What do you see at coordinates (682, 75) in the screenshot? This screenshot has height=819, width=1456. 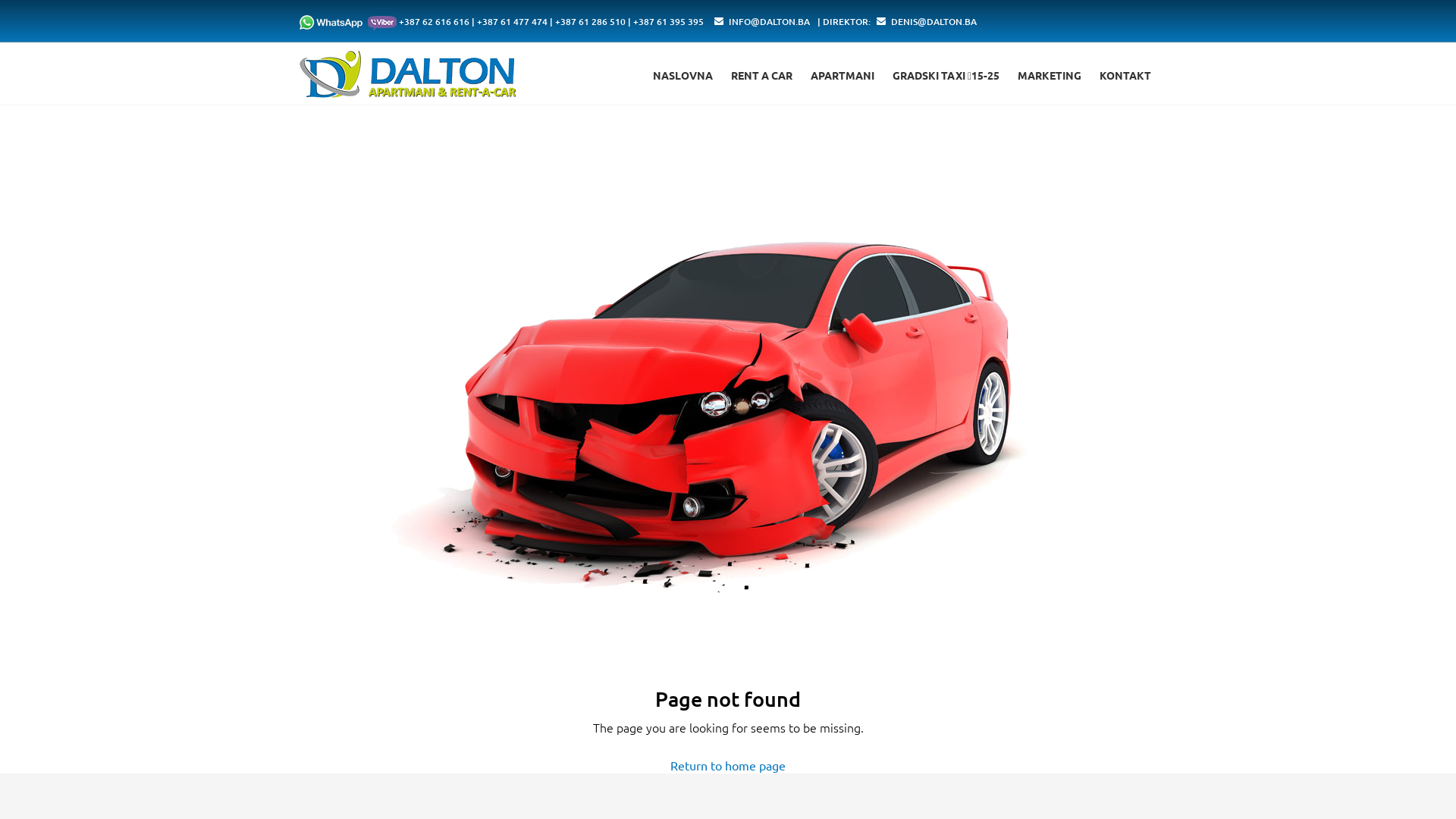 I see `'NASLOVNA'` at bounding box center [682, 75].